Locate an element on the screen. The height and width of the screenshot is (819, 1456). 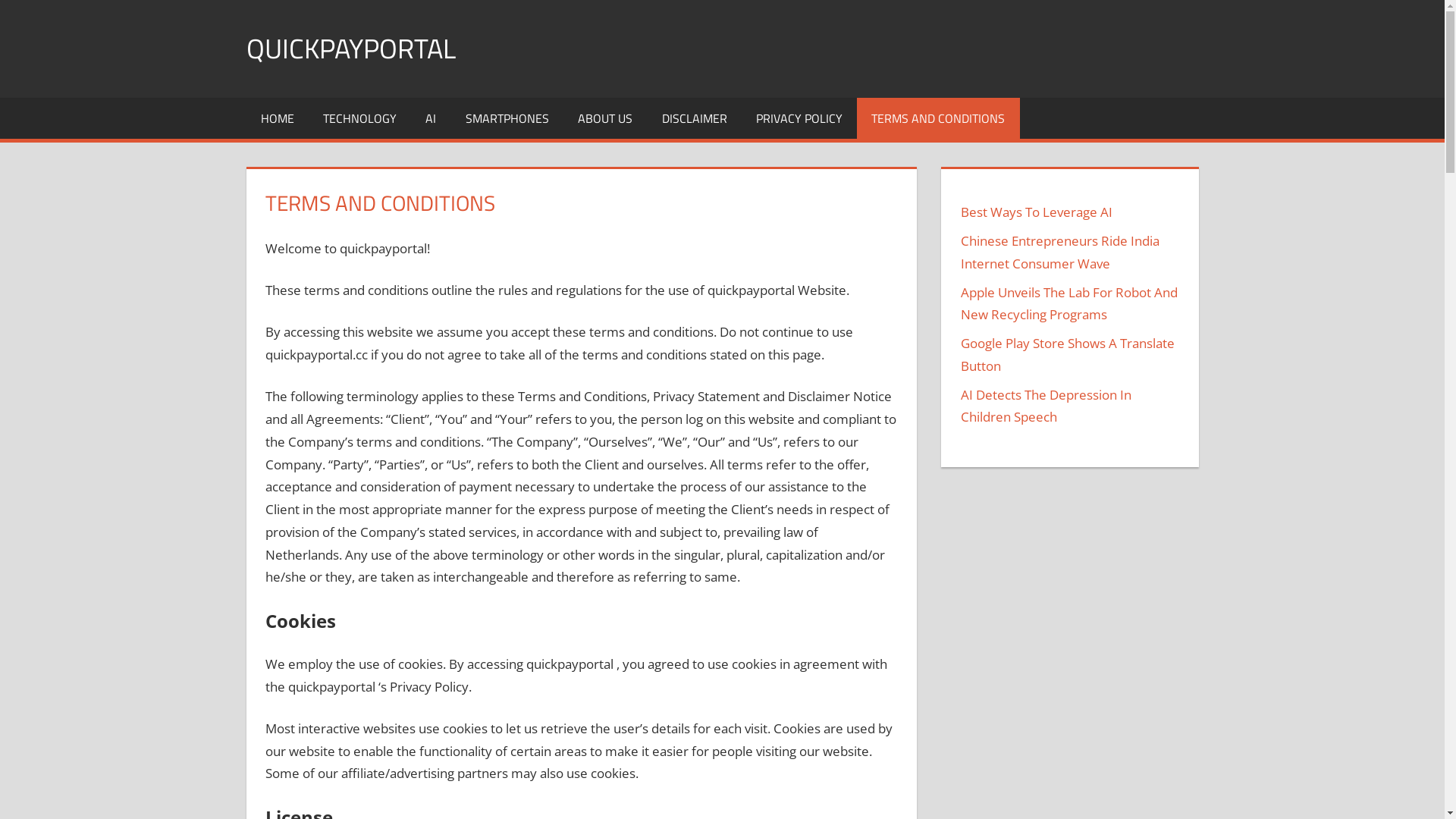
'Apple Unveils The Lab For Robot And New Recycling Programs' is located at coordinates (1068, 303).